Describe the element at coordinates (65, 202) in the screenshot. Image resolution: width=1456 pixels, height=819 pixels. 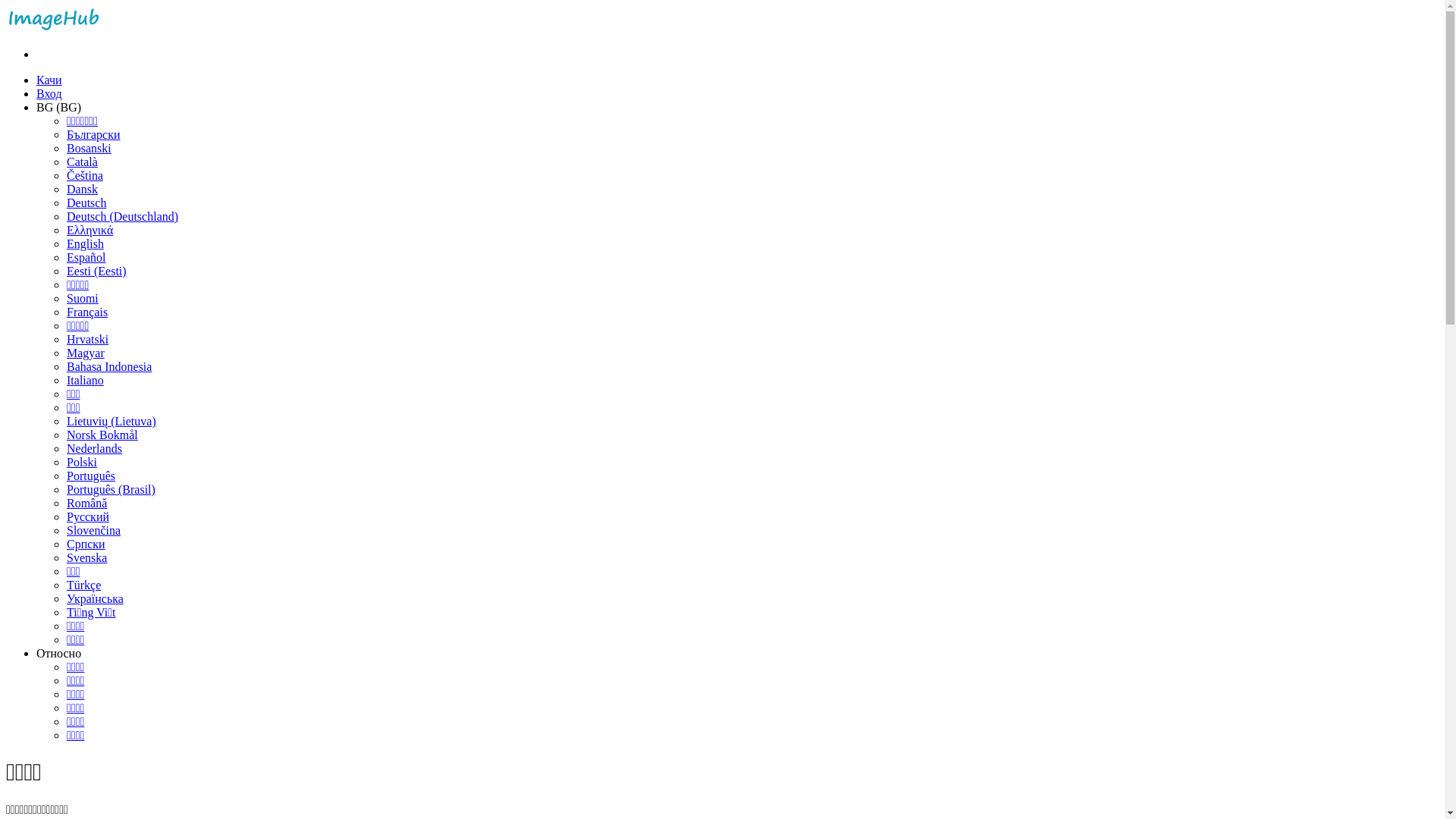
I see `'Deutsch'` at that location.